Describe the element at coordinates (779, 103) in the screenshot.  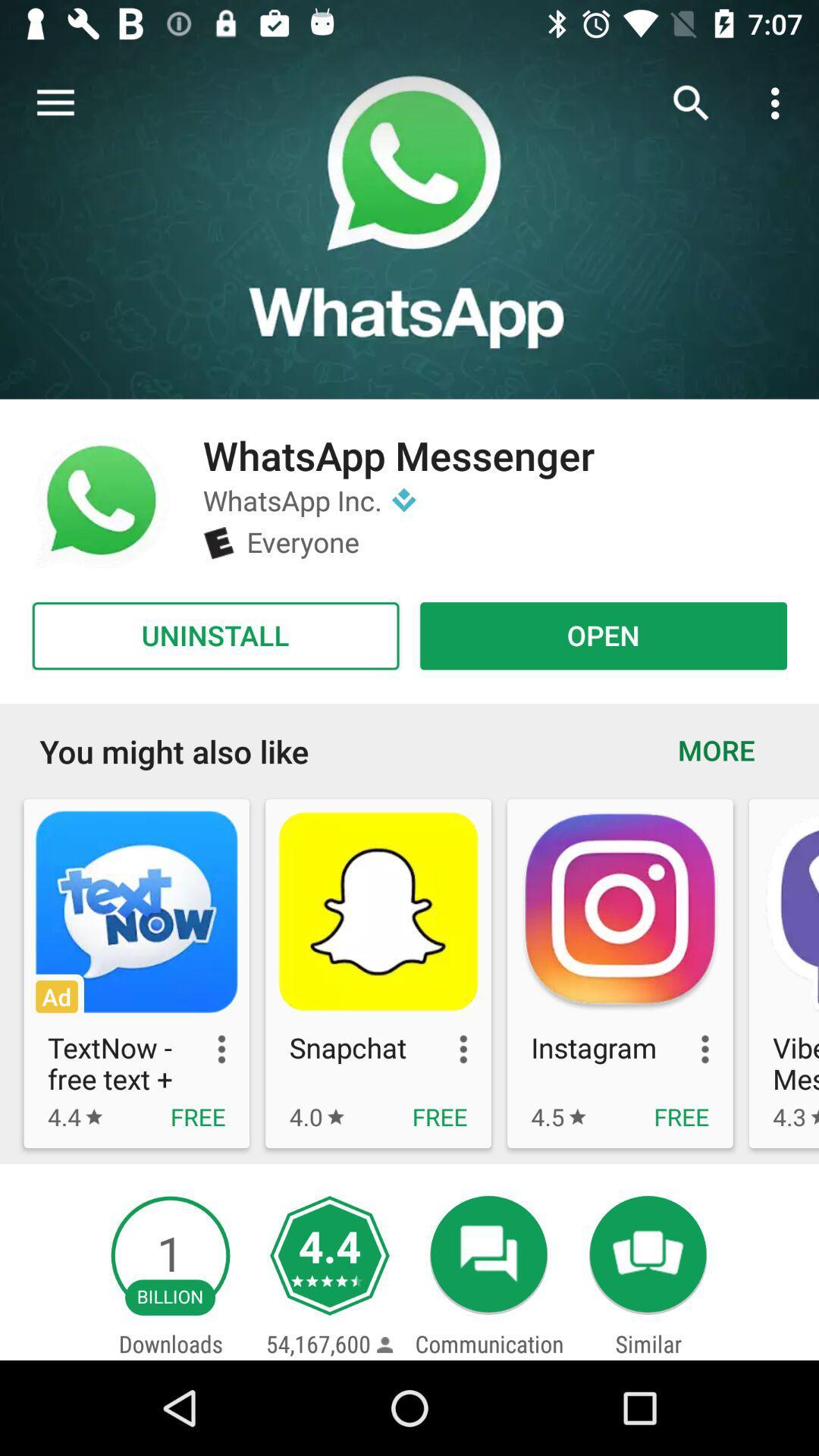
I see `the the customize and control option which is located at top right corner` at that location.